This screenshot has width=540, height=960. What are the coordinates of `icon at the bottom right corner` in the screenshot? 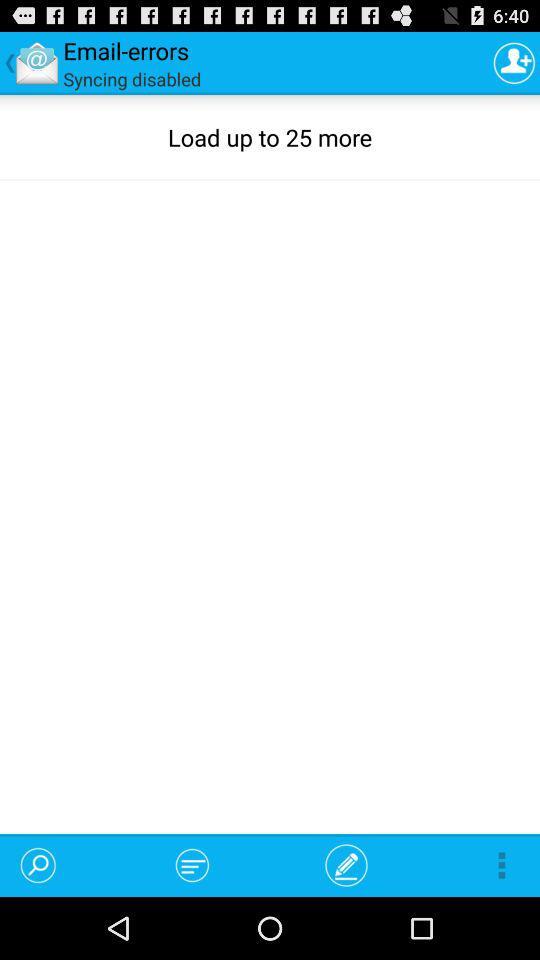 It's located at (500, 864).